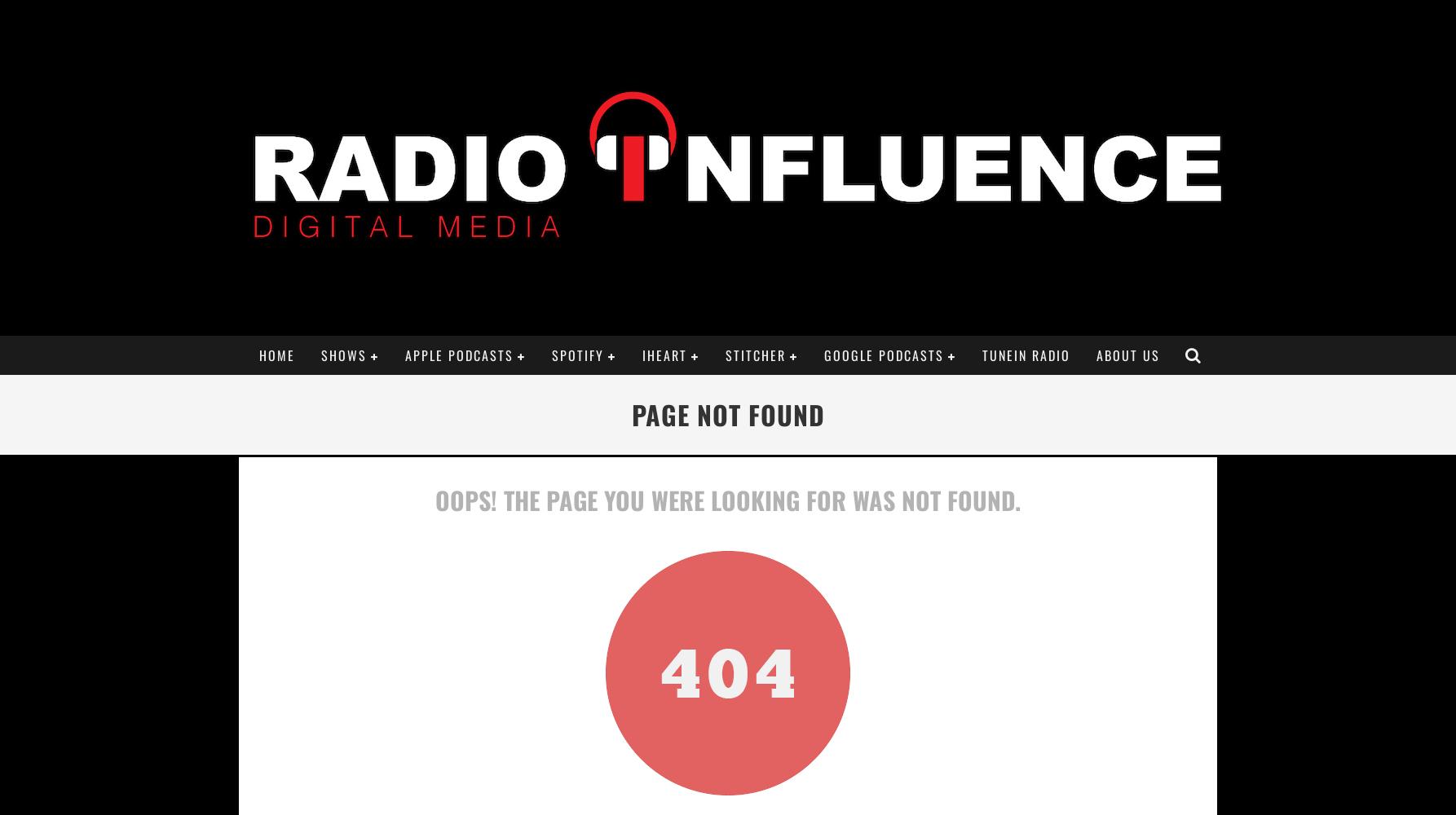 The height and width of the screenshot is (815, 1456). Describe the element at coordinates (1026, 355) in the screenshot. I see `'TuneIn Radio'` at that location.